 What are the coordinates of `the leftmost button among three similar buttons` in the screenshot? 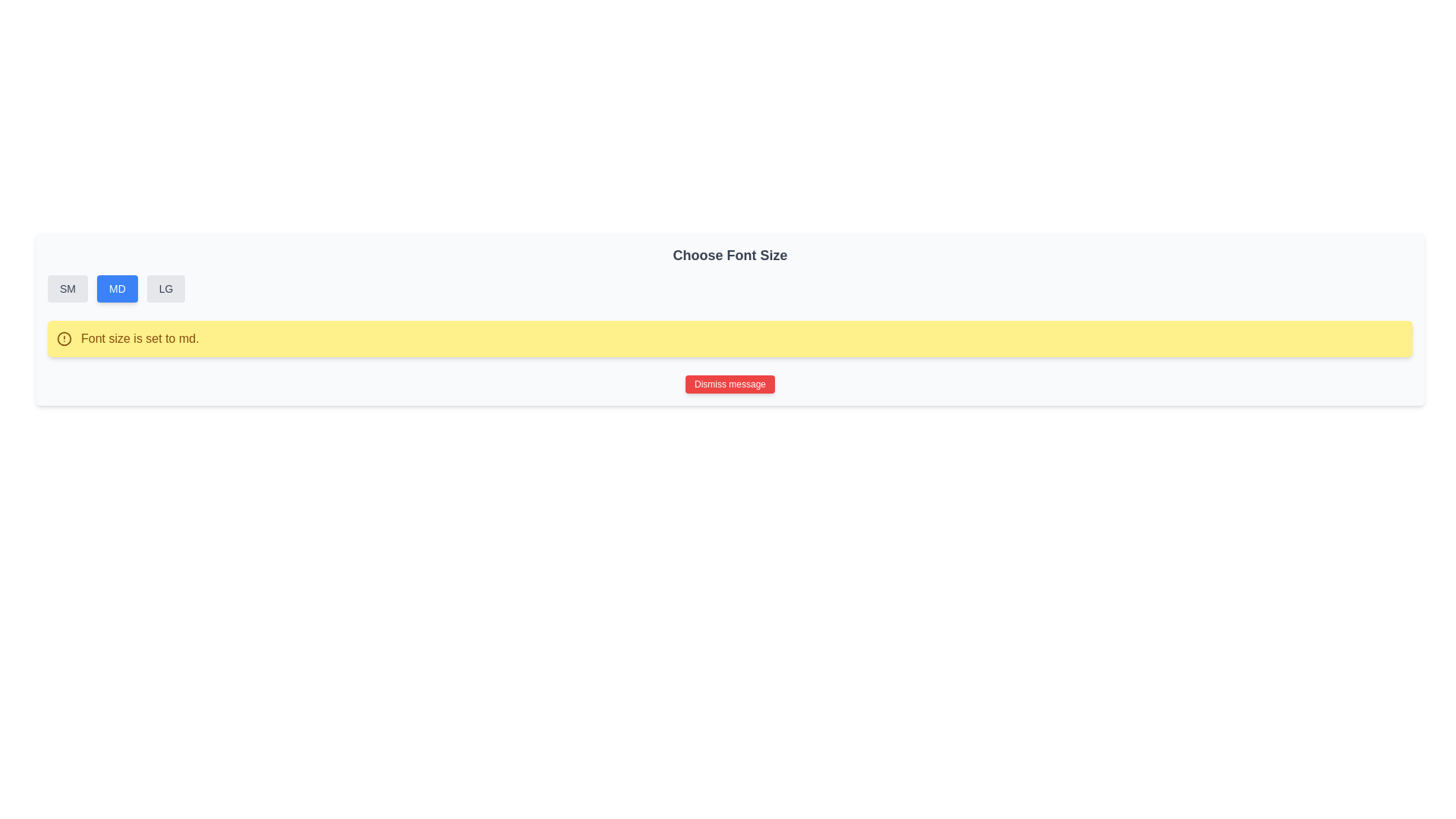 It's located at (67, 289).